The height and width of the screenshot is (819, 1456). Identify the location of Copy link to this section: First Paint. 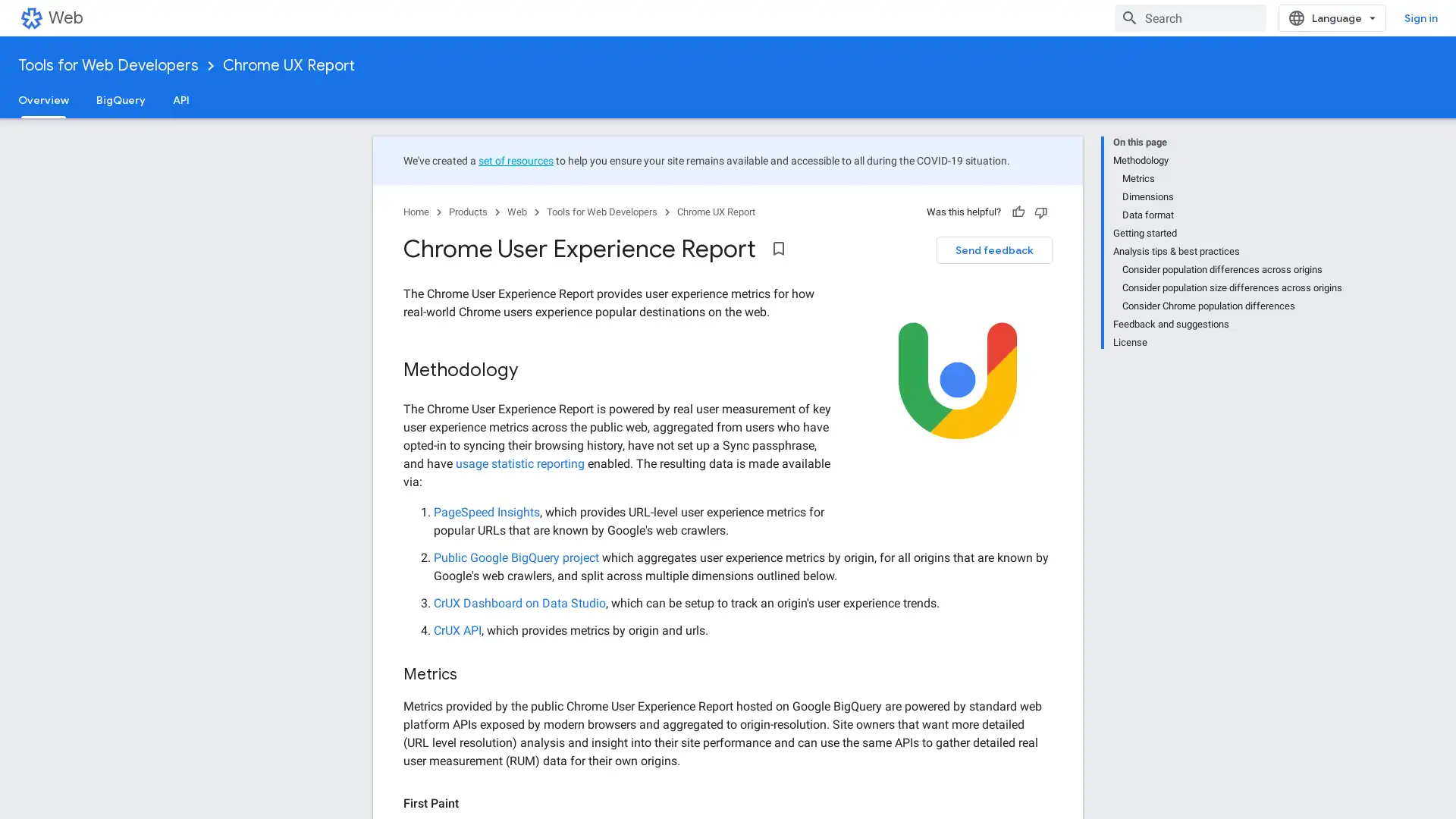
(472, 803).